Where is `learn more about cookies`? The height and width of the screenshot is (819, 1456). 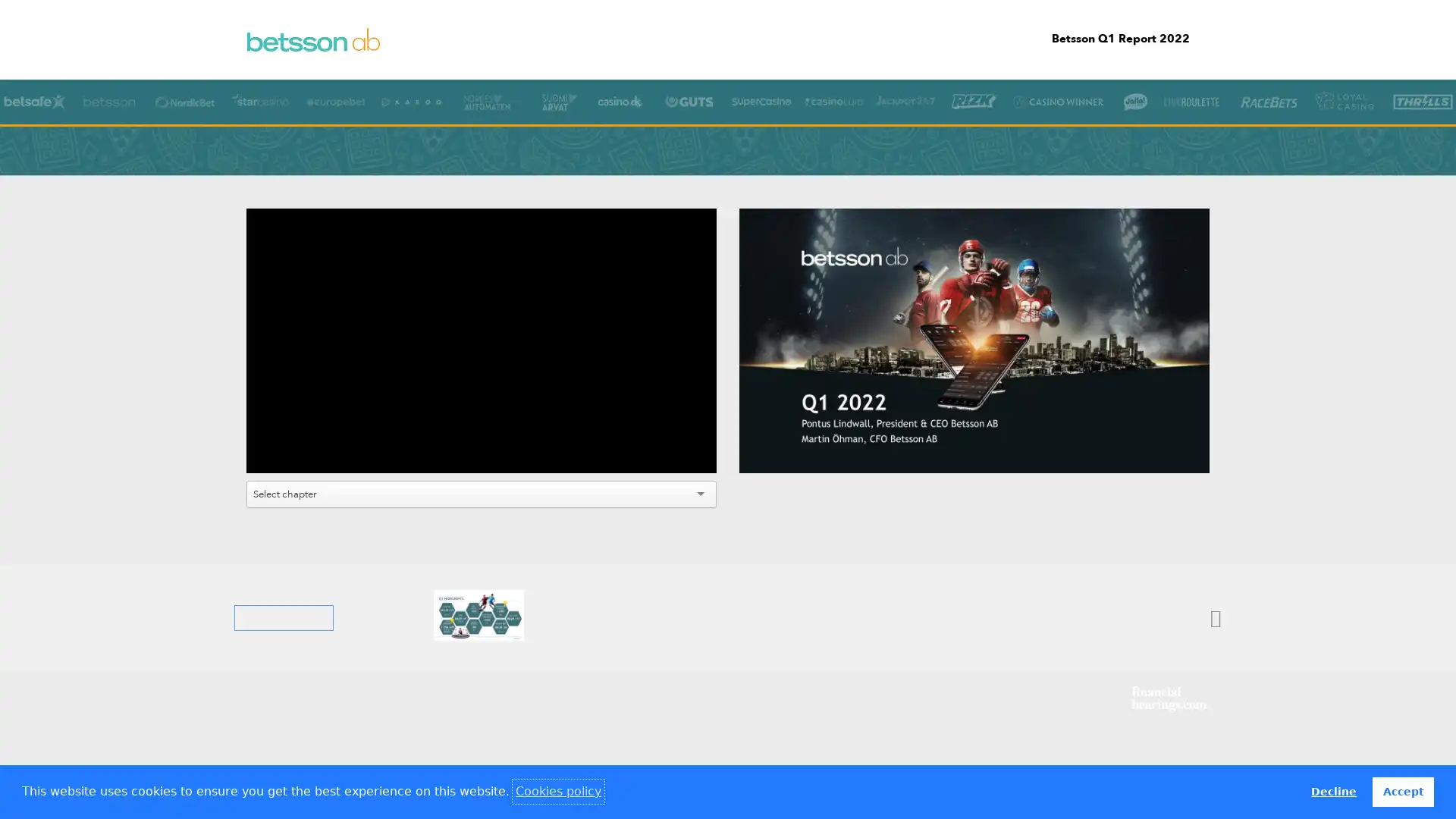 learn more about cookies is located at coordinates (557, 791).